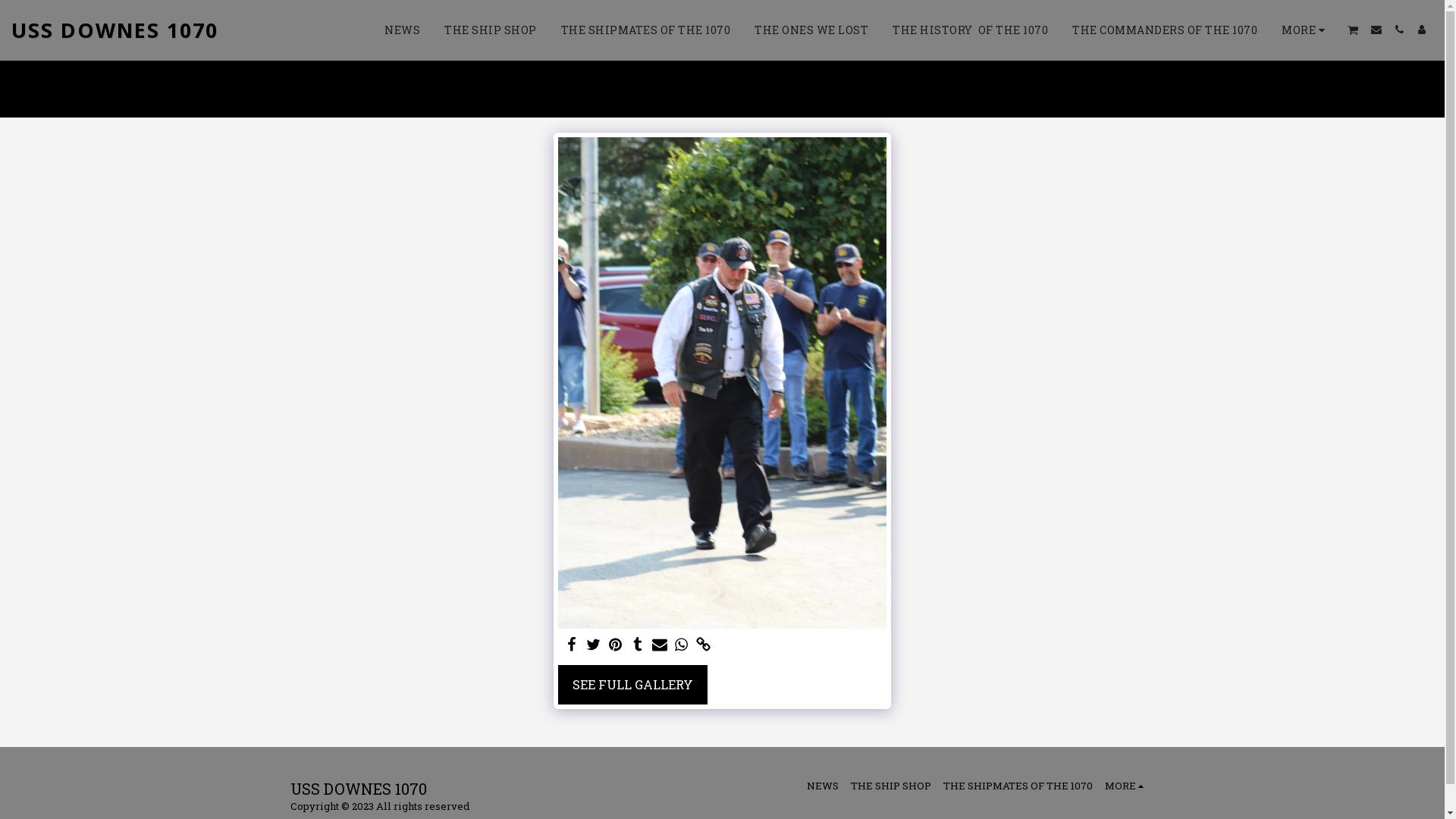 This screenshot has width=1456, height=819. Describe the element at coordinates (571, 645) in the screenshot. I see `' '` at that location.